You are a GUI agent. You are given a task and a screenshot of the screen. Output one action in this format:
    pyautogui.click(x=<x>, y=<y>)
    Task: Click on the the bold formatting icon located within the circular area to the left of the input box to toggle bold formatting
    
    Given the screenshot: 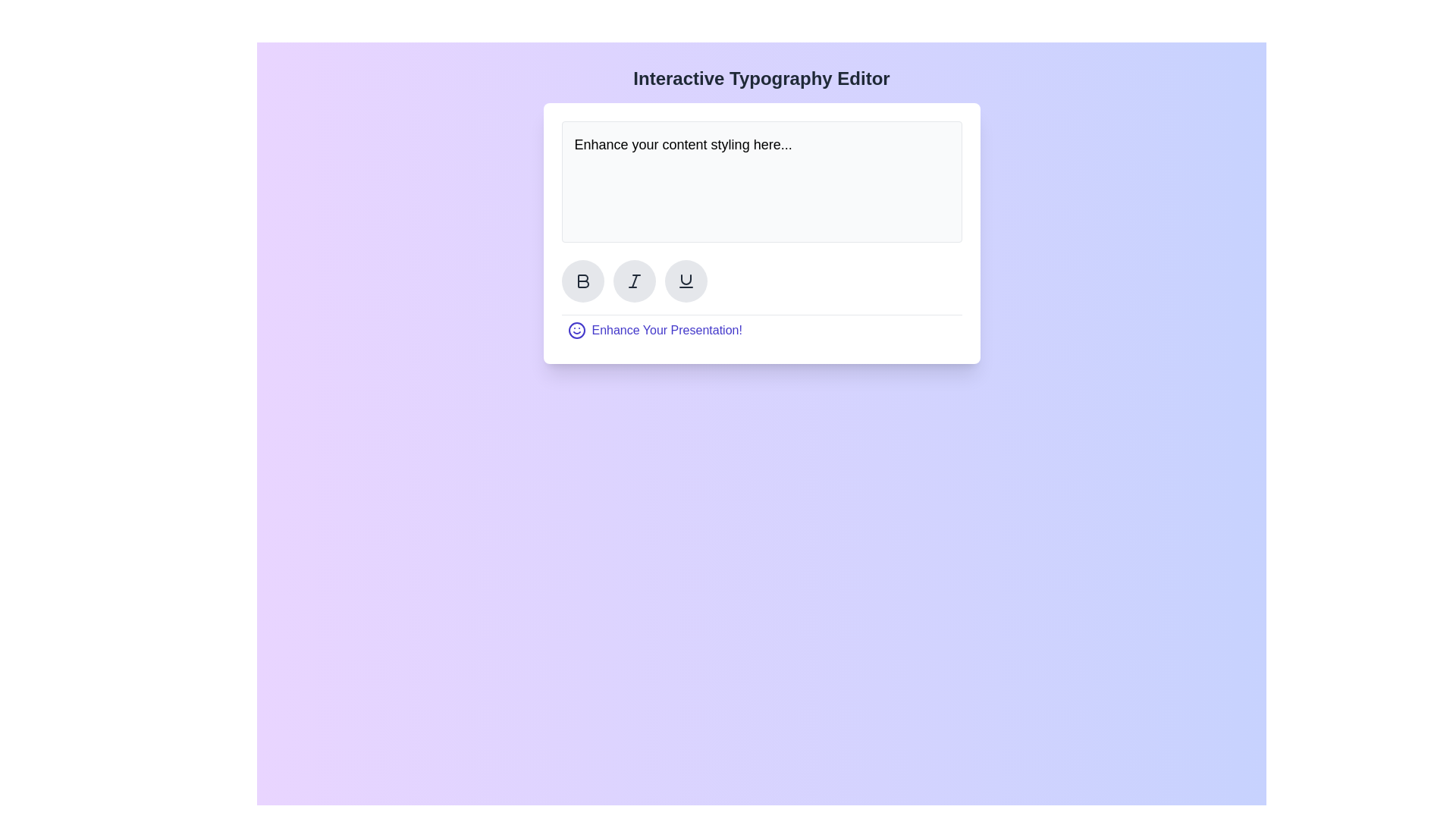 What is the action you would take?
    pyautogui.click(x=582, y=281)
    